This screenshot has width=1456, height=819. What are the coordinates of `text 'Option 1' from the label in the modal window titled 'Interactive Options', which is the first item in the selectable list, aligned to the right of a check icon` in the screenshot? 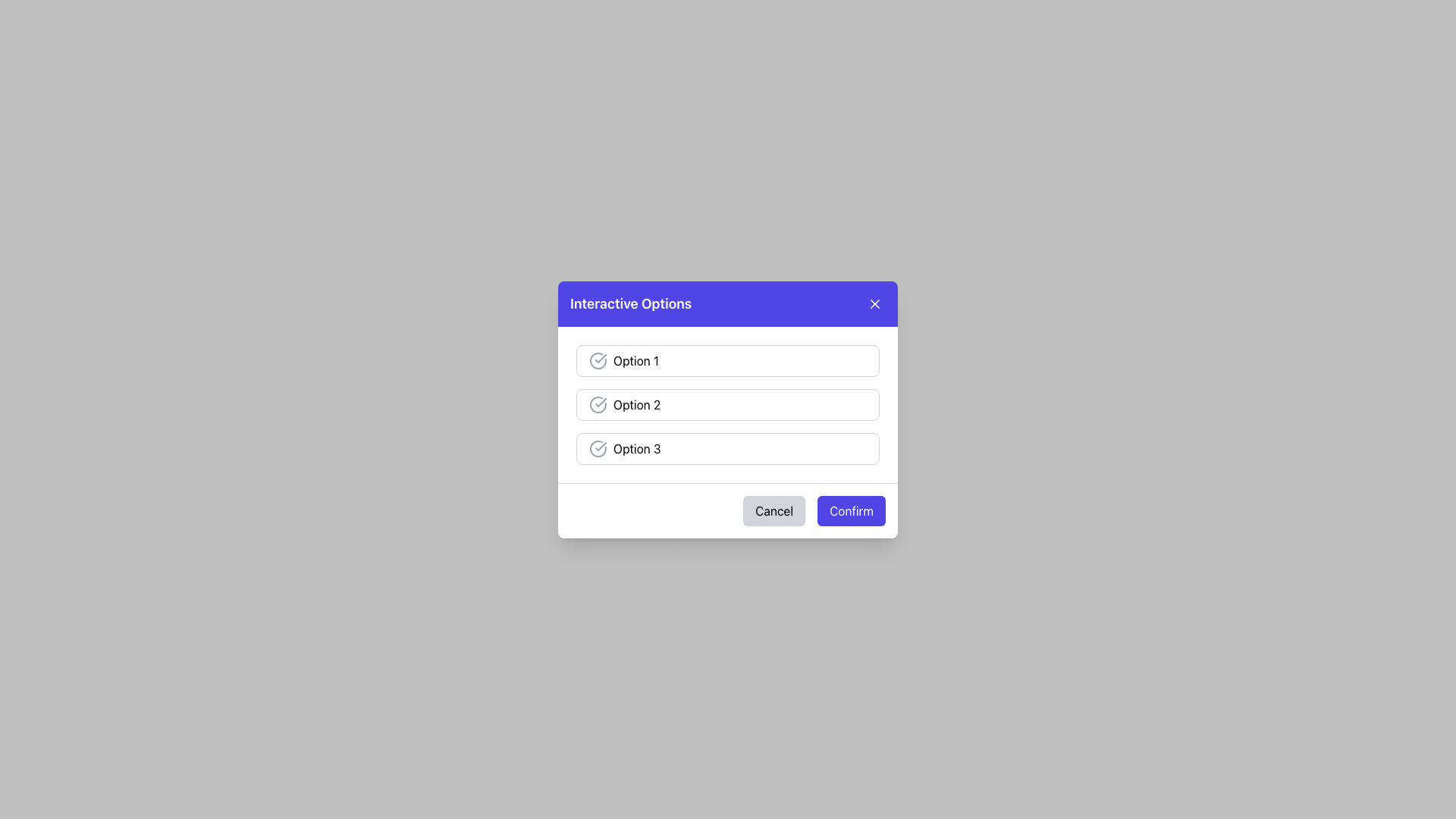 It's located at (636, 360).